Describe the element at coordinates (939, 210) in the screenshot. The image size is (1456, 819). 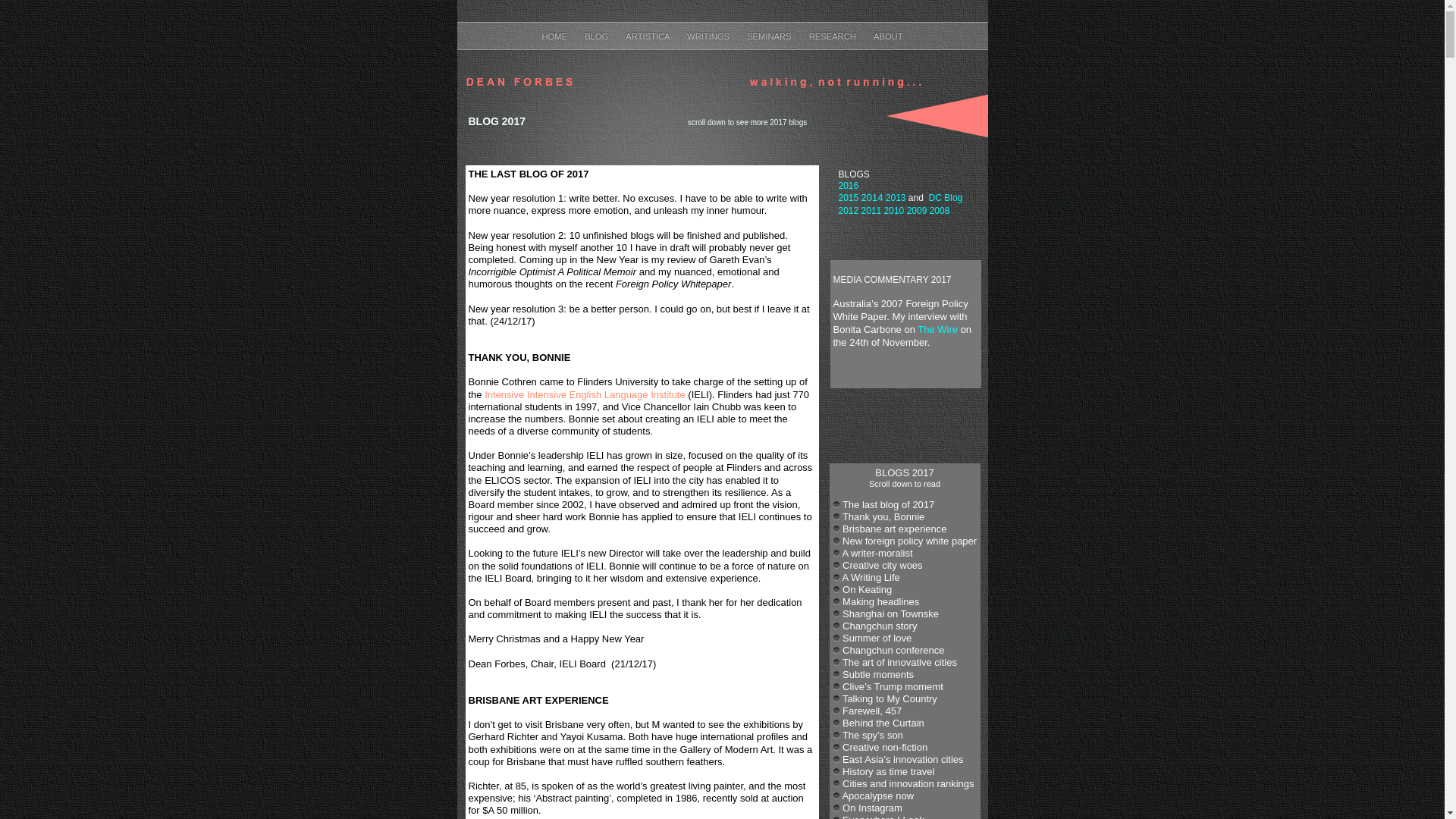
I see `'2008'` at that location.